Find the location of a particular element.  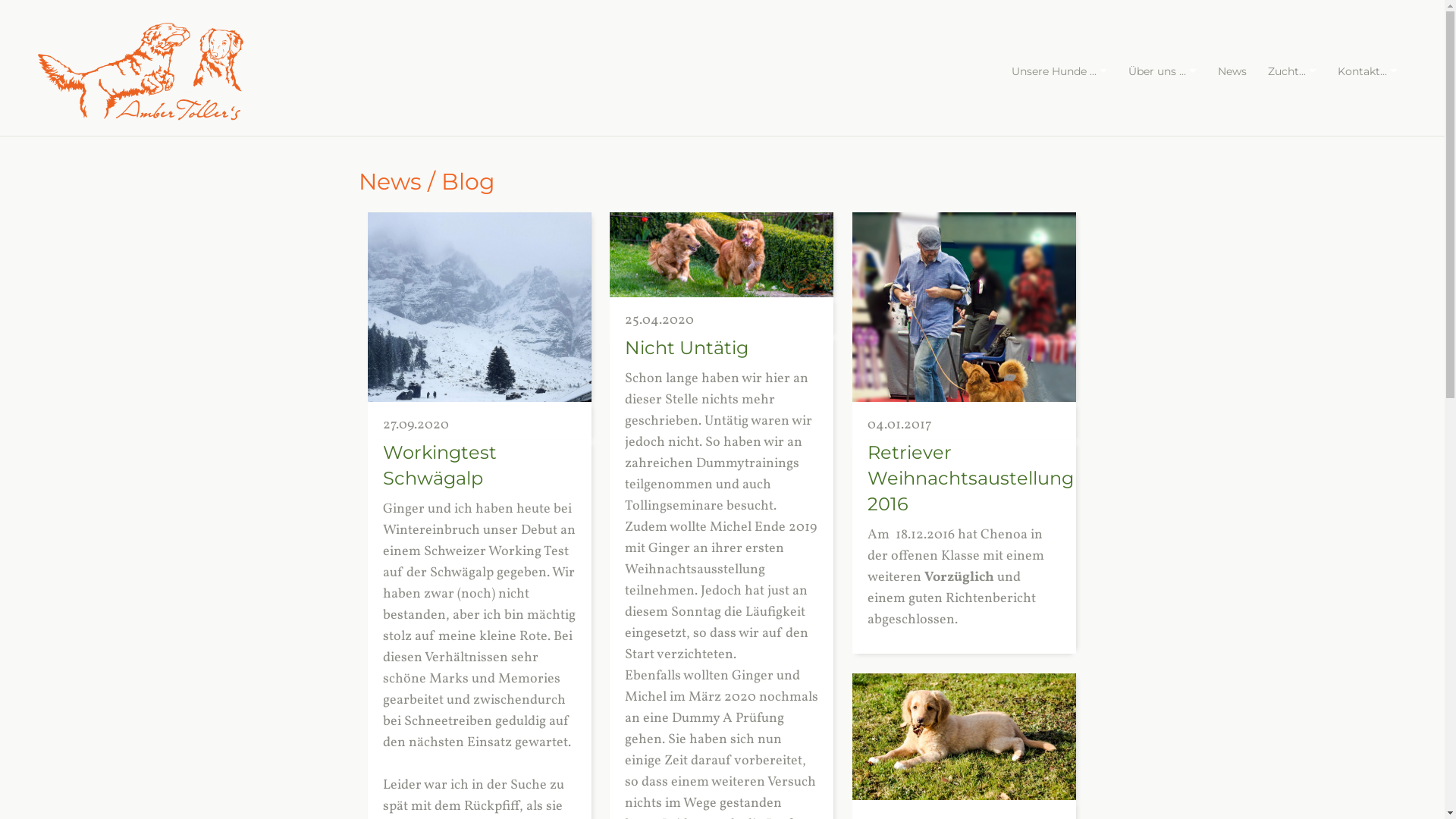

'Retriever Weihnachtsaustellung 2016' is located at coordinates (867, 478).